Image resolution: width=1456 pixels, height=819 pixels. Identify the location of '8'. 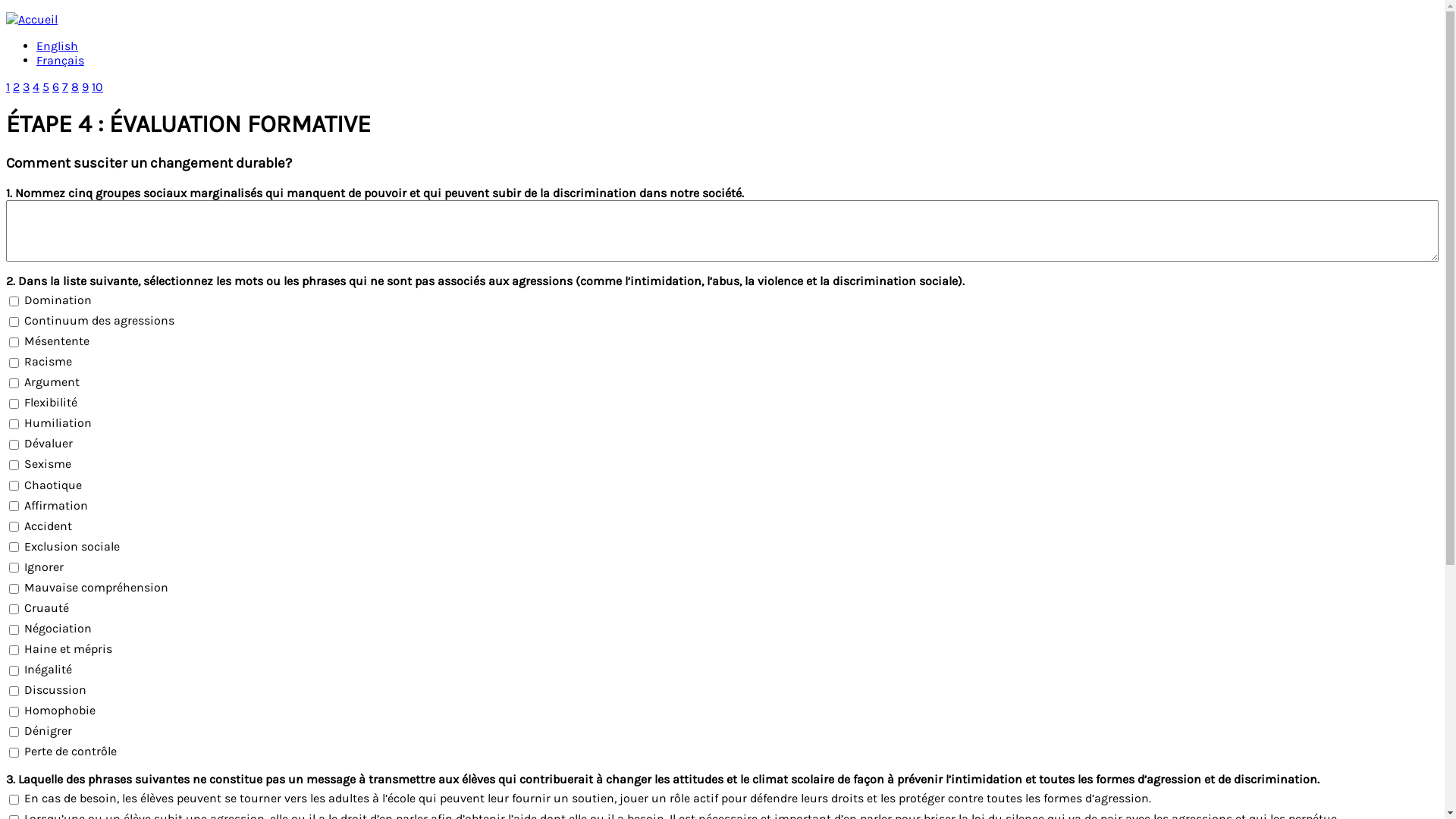
(74, 86).